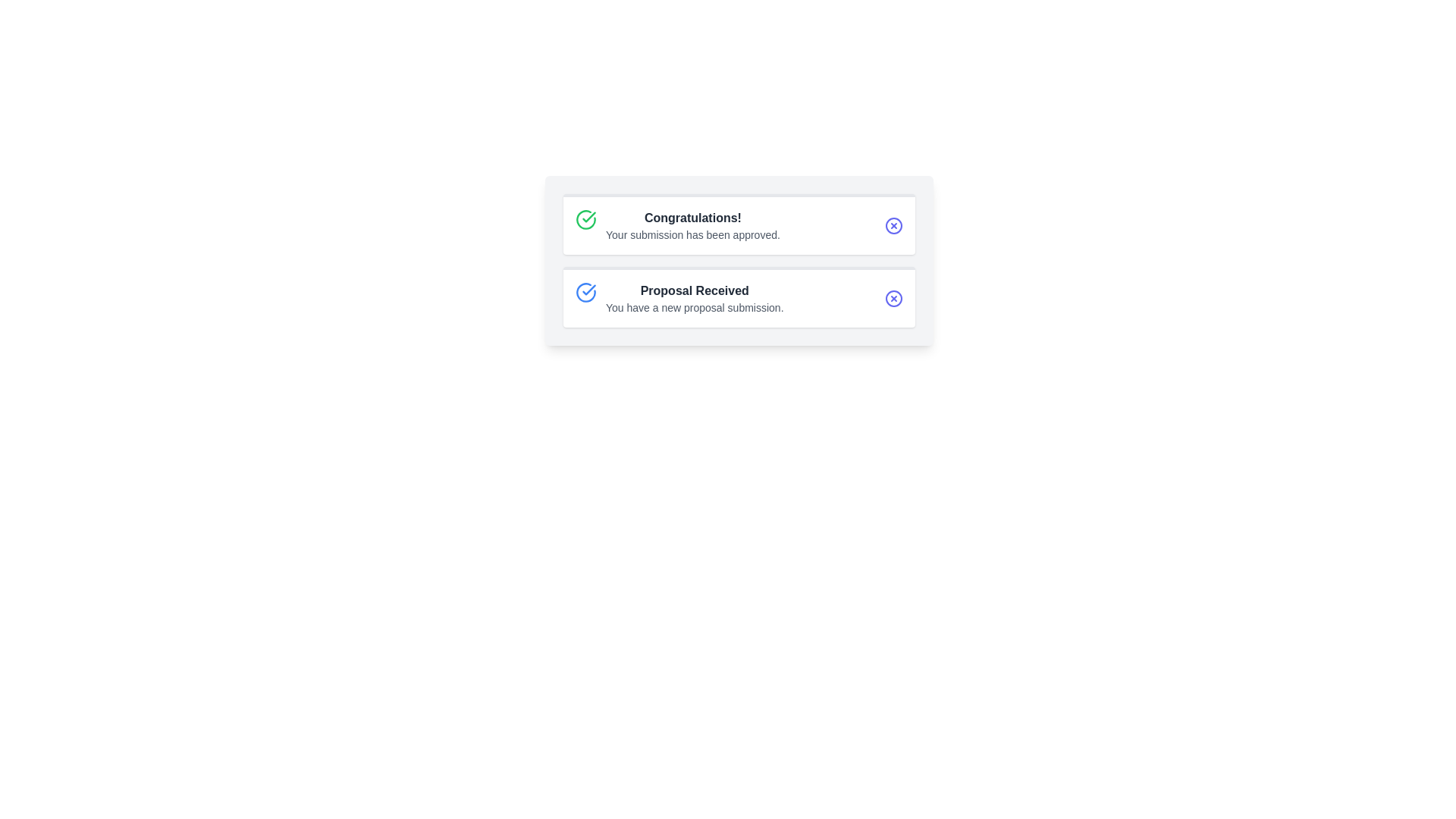 Image resolution: width=1456 pixels, height=819 pixels. Describe the element at coordinates (694, 307) in the screenshot. I see `the Text Label that provides information about the proposal submission, located in the lower part of the 'Proposal Received' section, beneath the bold title text` at that location.